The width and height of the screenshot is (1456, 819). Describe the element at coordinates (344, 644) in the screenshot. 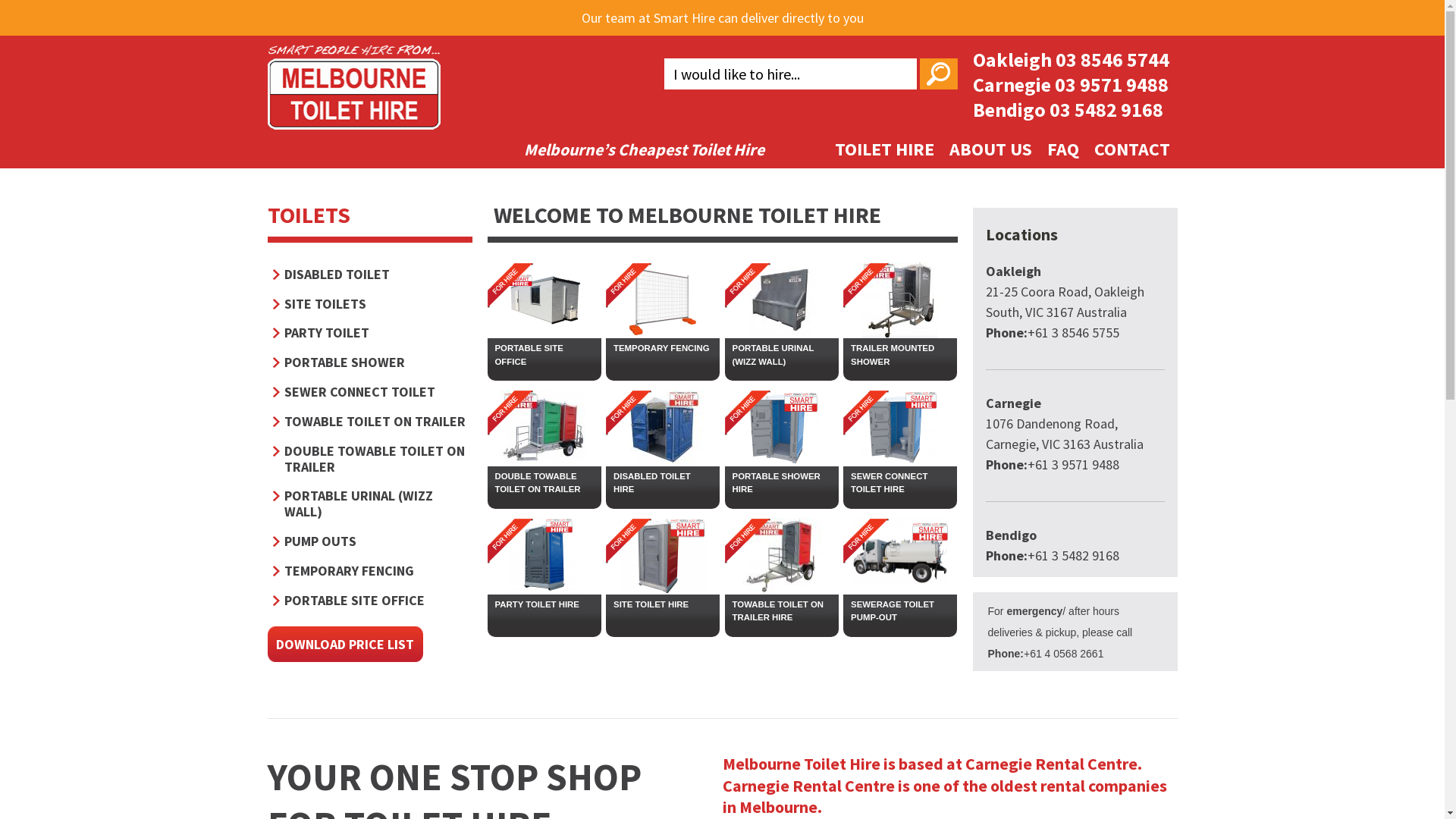

I see `'DOWNLOAD PRICE LIST'` at that location.